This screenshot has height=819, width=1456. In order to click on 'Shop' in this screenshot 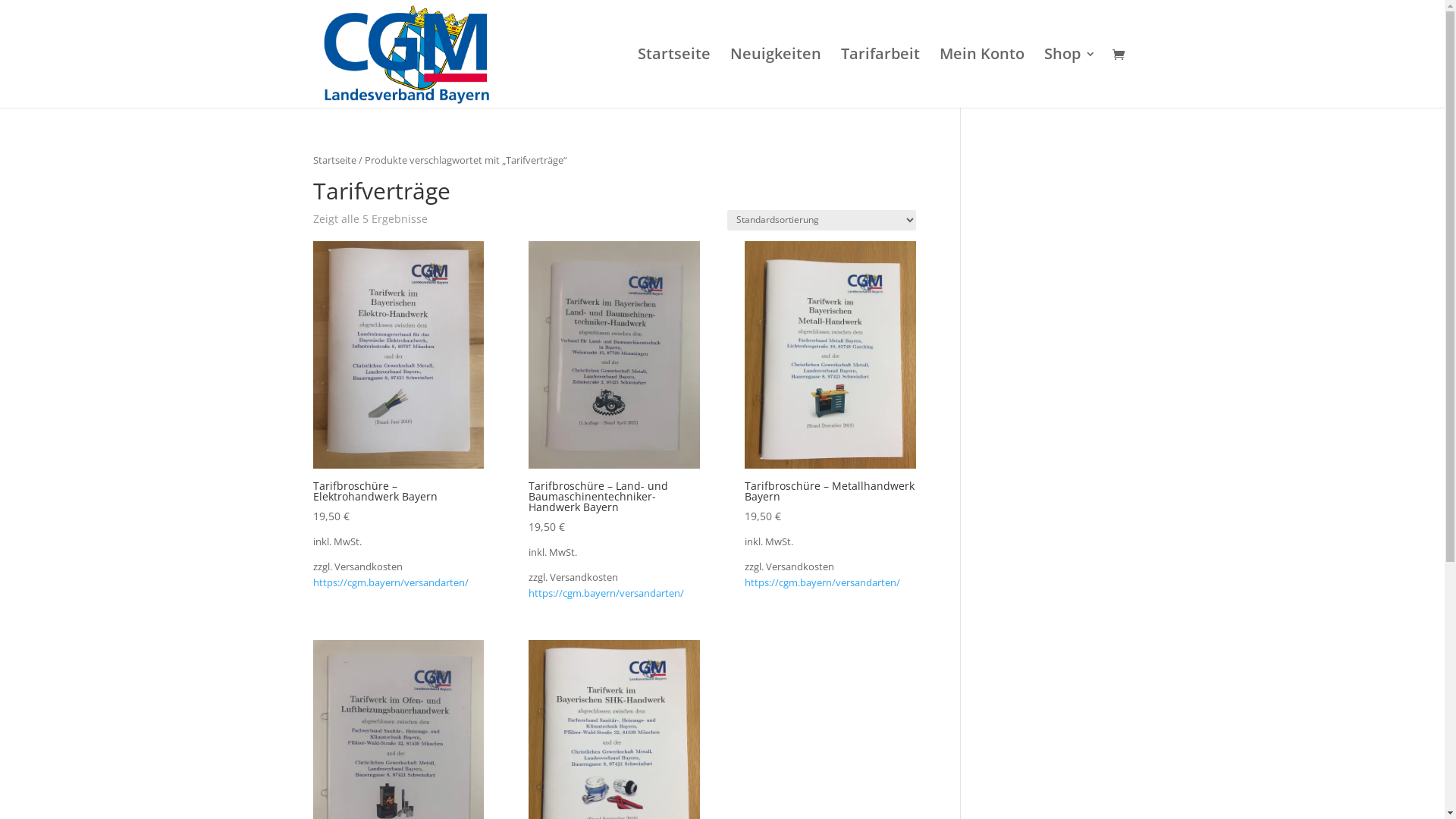, I will do `click(1043, 78)`.